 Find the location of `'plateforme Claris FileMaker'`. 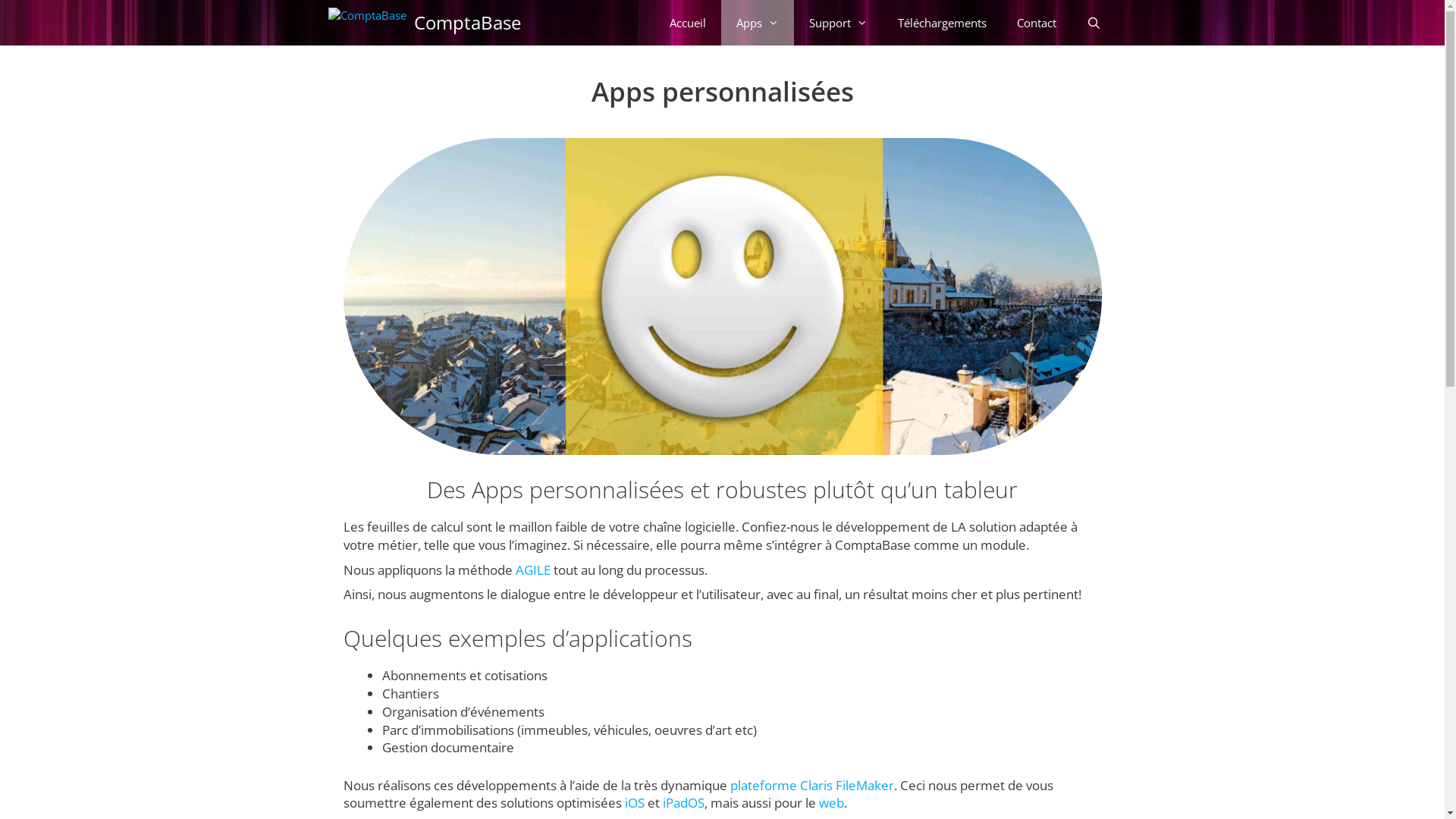

'plateforme Claris FileMaker' is located at coordinates (811, 785).